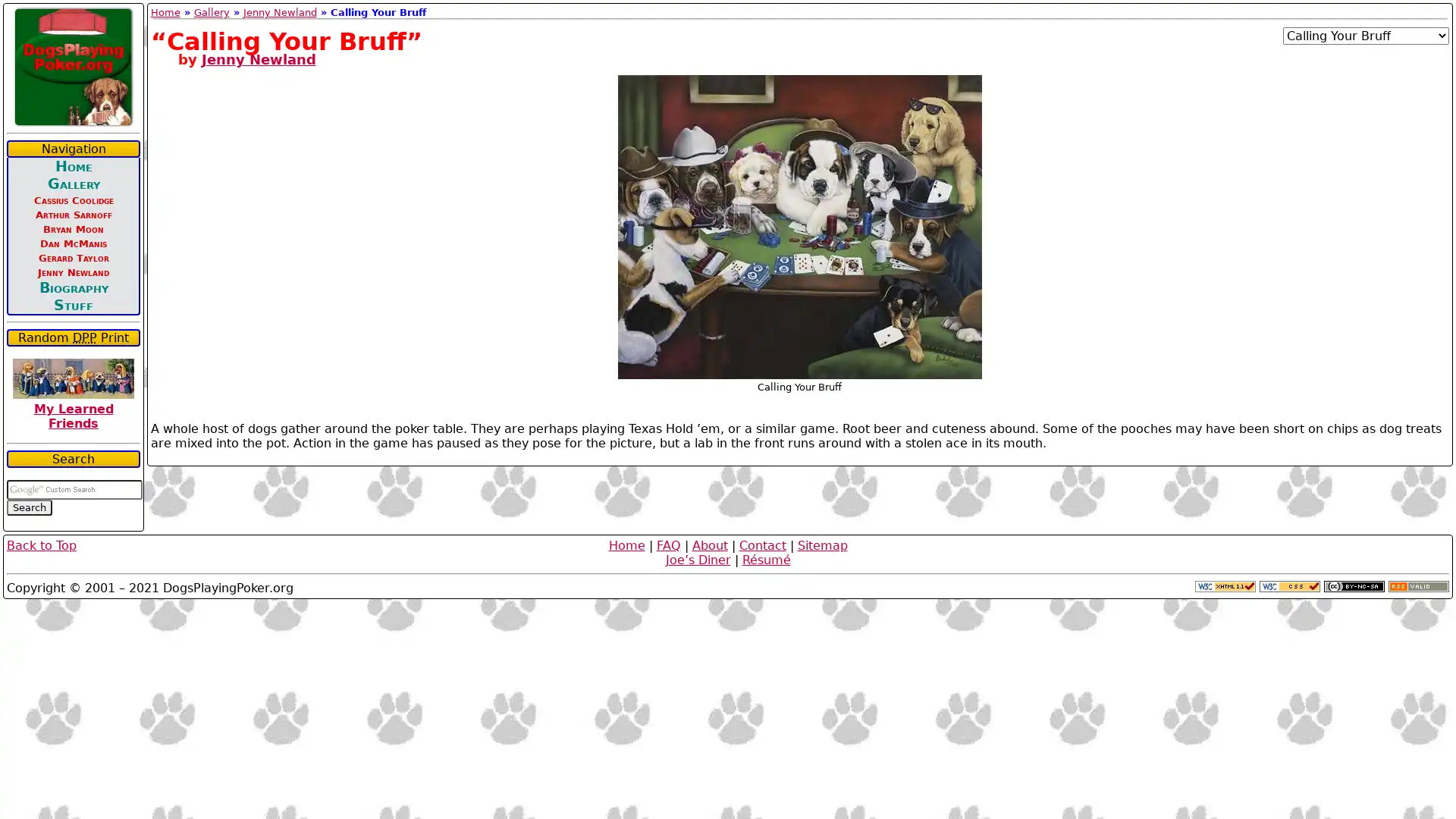 This screenshot has height=819, width=1456. I want to click on Search, so click(29, 507).